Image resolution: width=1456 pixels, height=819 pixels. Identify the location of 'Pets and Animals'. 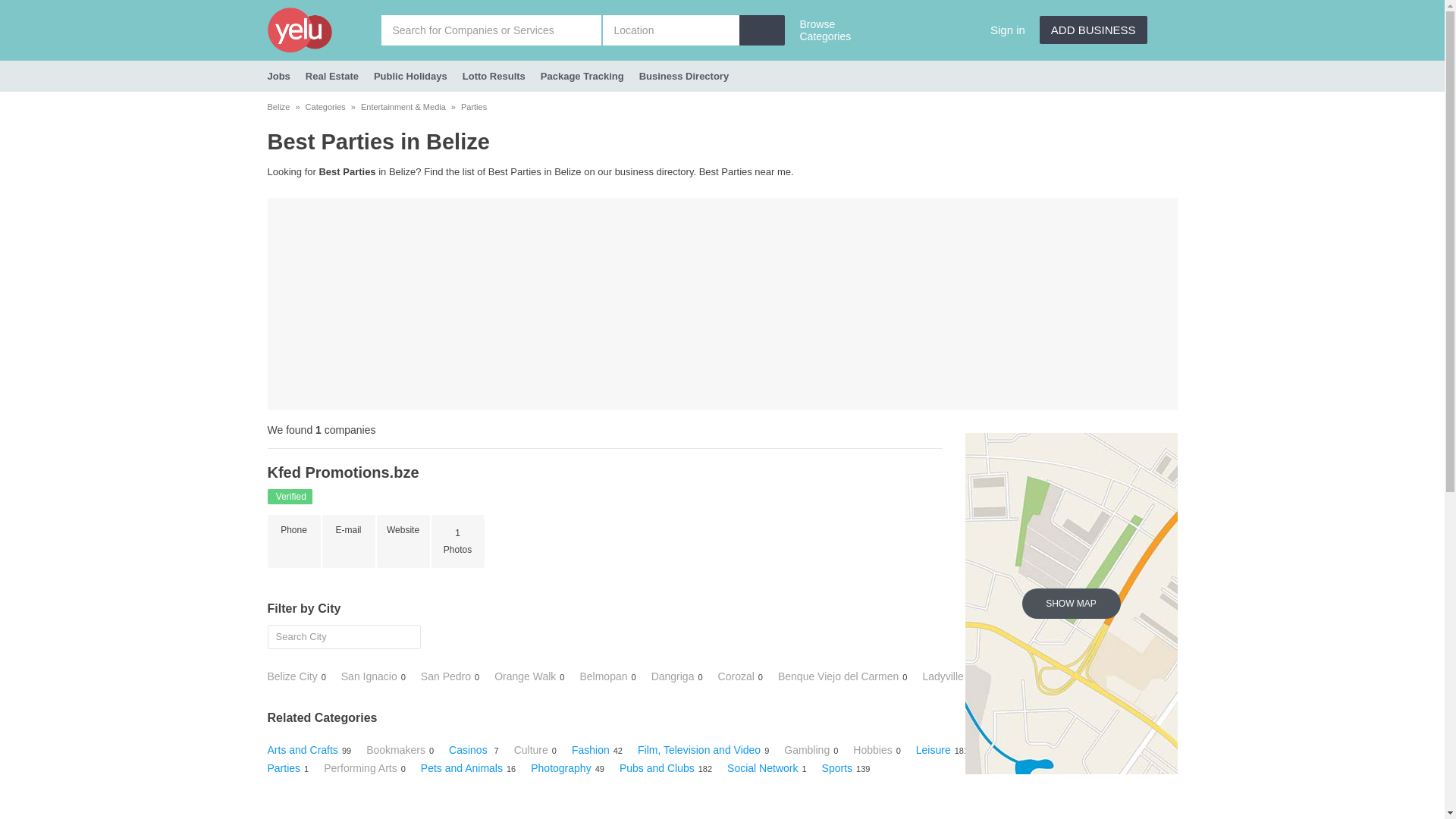
(421, 768).